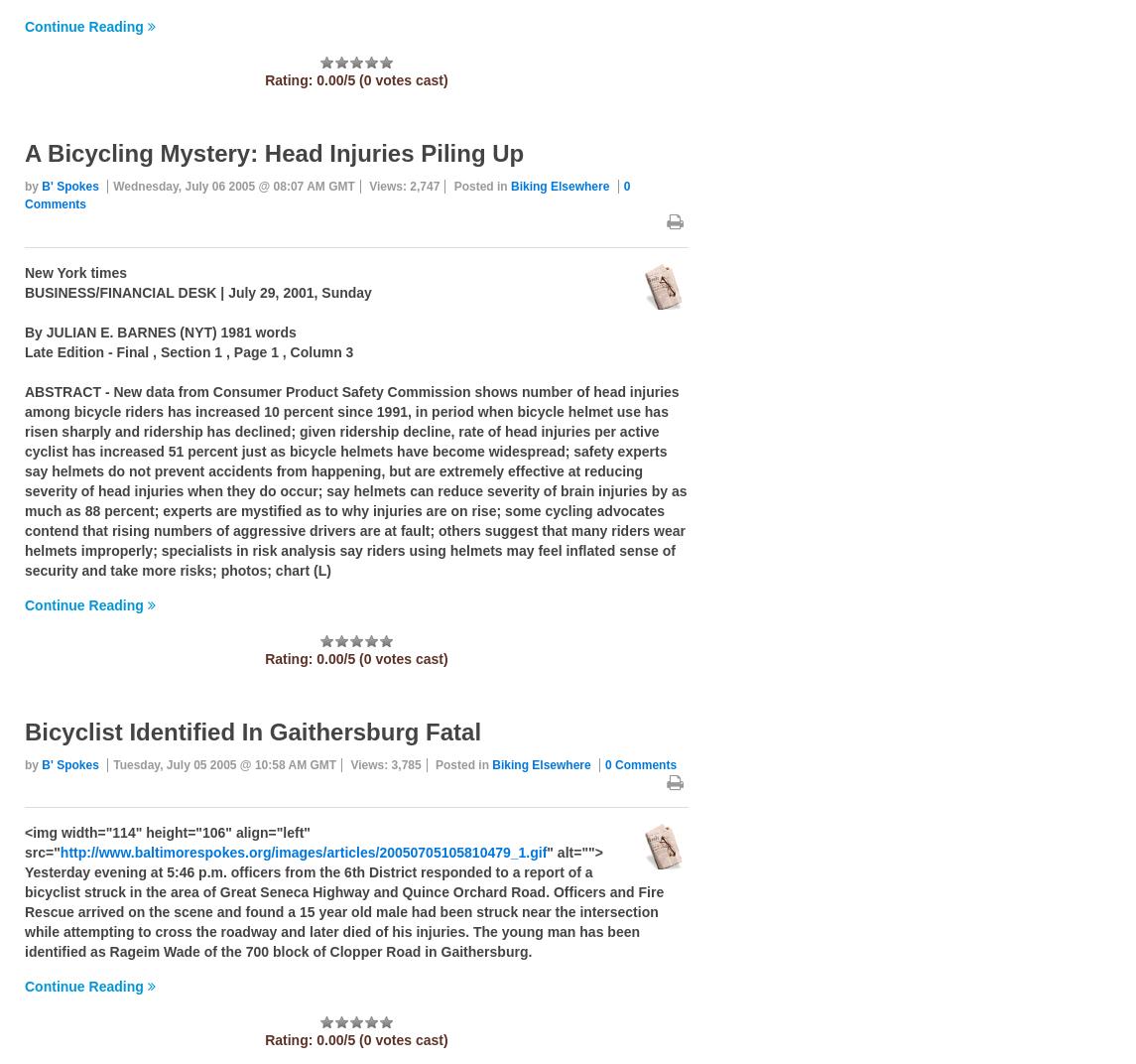  I want to click on 'Views: 2,747', so click(404, 186).